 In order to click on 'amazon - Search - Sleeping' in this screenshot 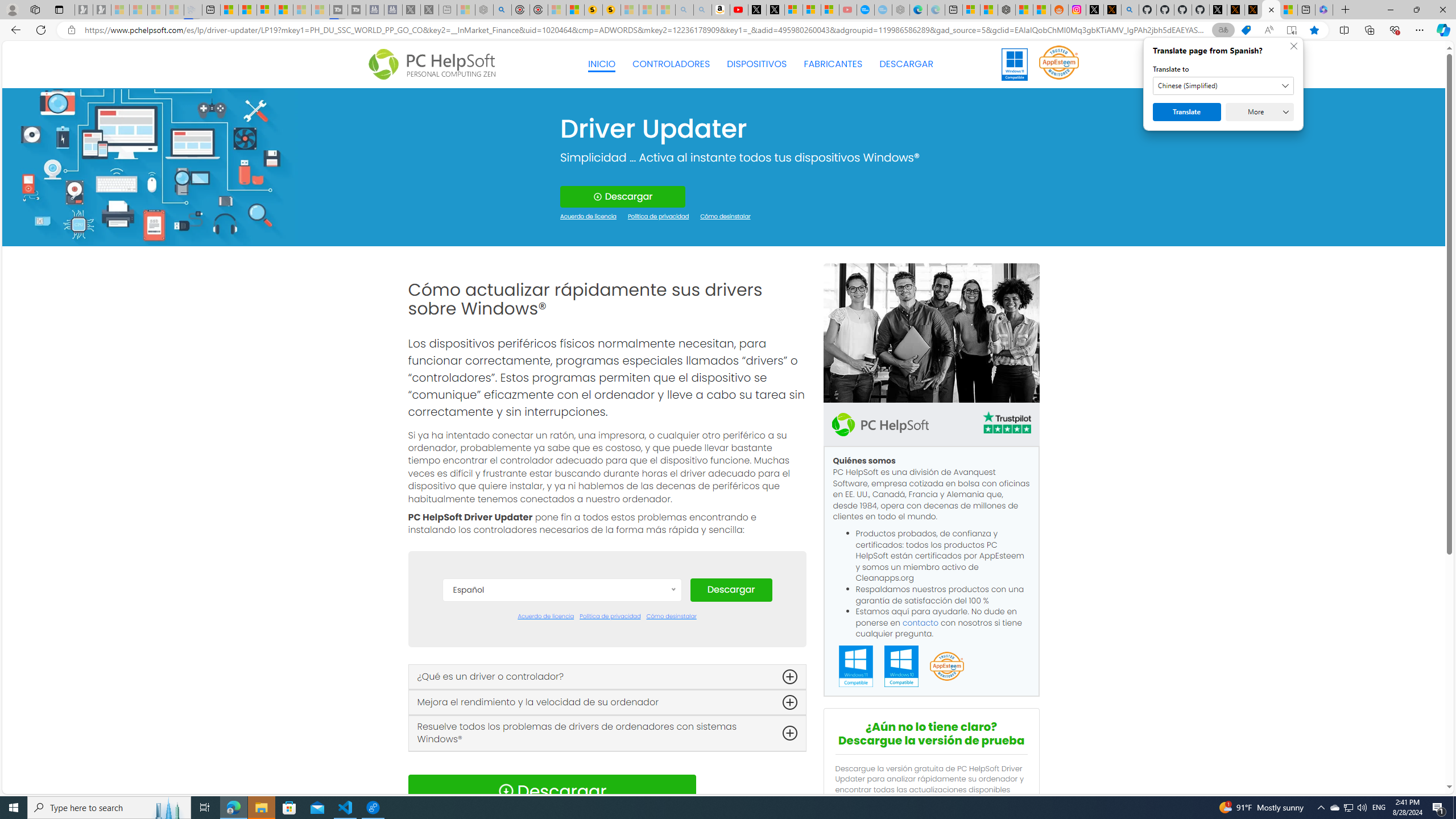, I will do `click(684, 9)`.